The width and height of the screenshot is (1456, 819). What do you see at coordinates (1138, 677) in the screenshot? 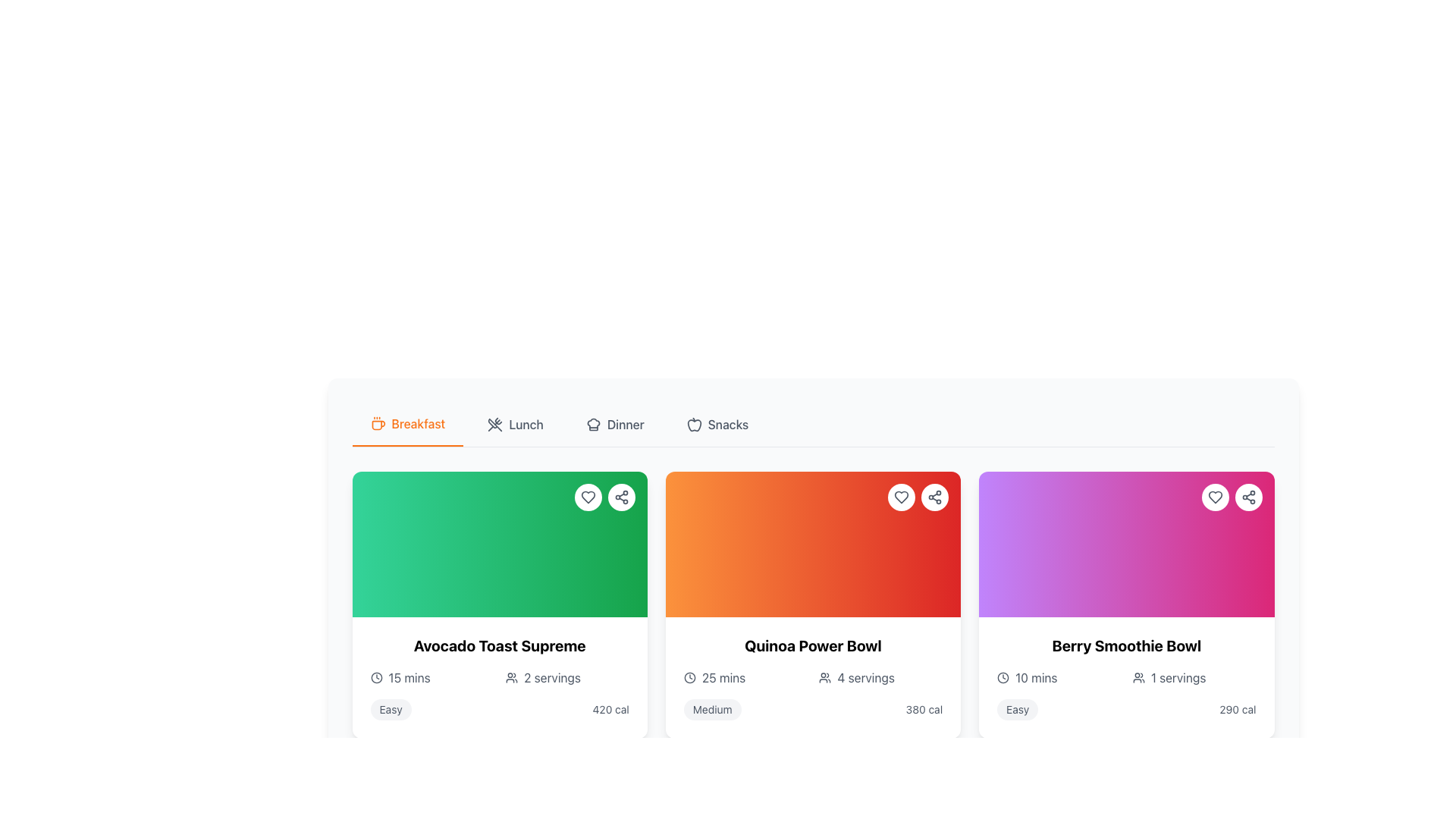
I see `the servings icon indicating '1 servings' for the Berry Smoothie Bowl, located in the lower section of the card` at bounding box center [1138, 677].